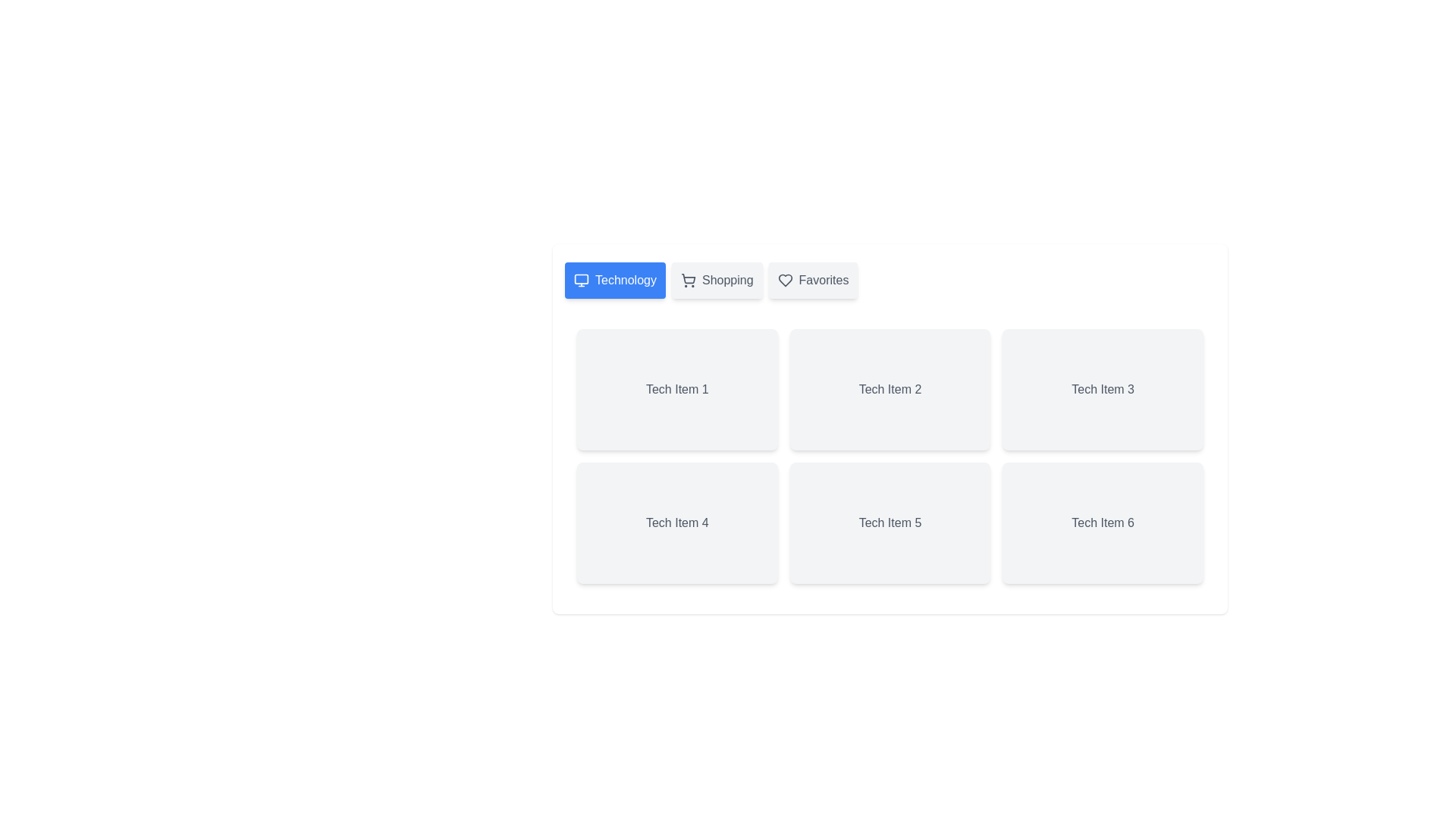  What do you see at coordinates (890, 388) in the screenshot?
I see `the item labeled Tech Item 2 within the active tab` at bounding box center [890, 388].